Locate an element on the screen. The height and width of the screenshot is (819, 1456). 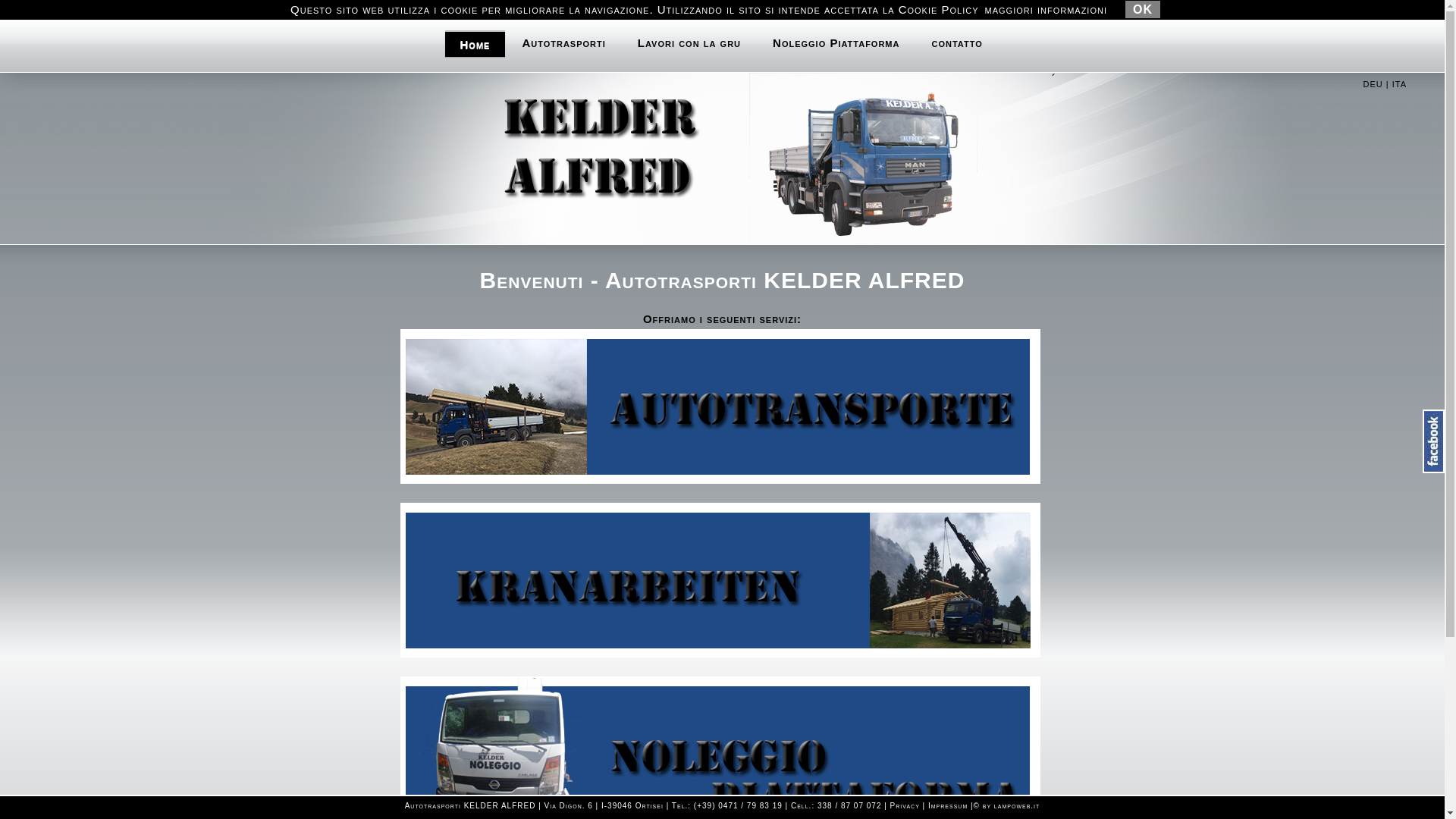
'OK' is located at coordinates (1125, 9).